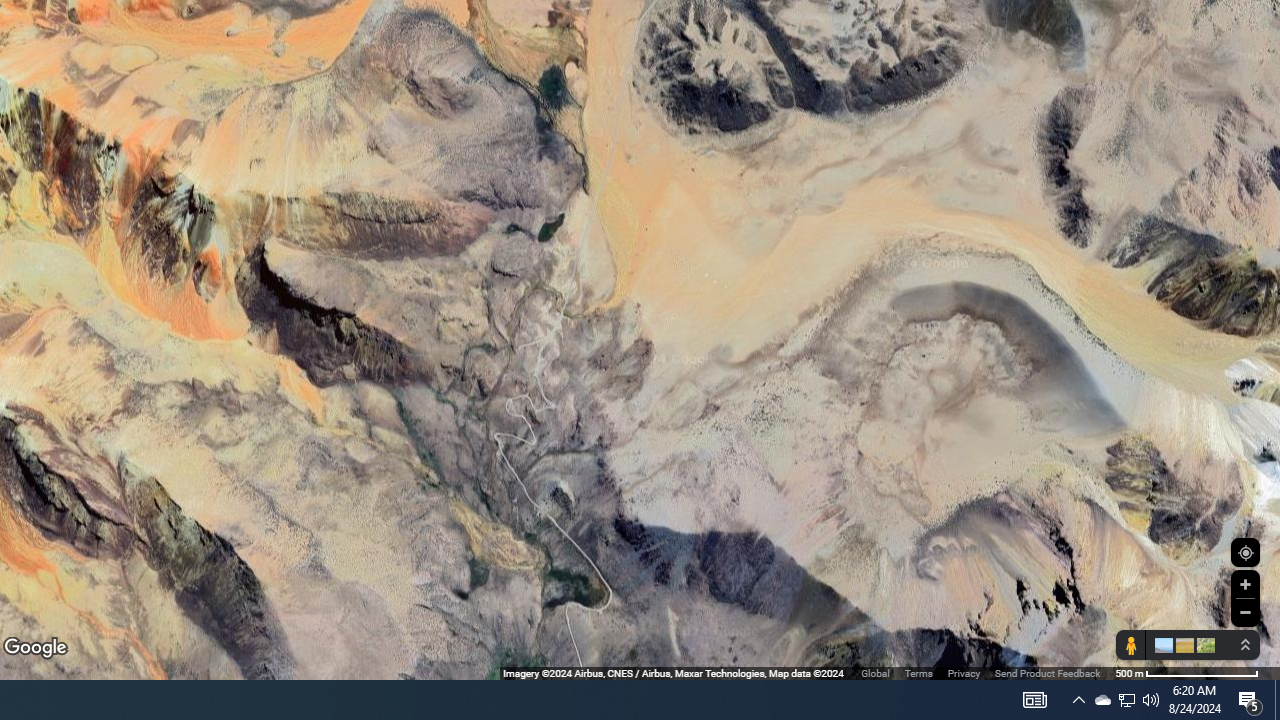 The width and height of the screenshot is (1280, 720). What do you see at coordinates (1244, 552) in the screenshot?
I see `'Show Your Location'` at bounding box center [1244, 552].